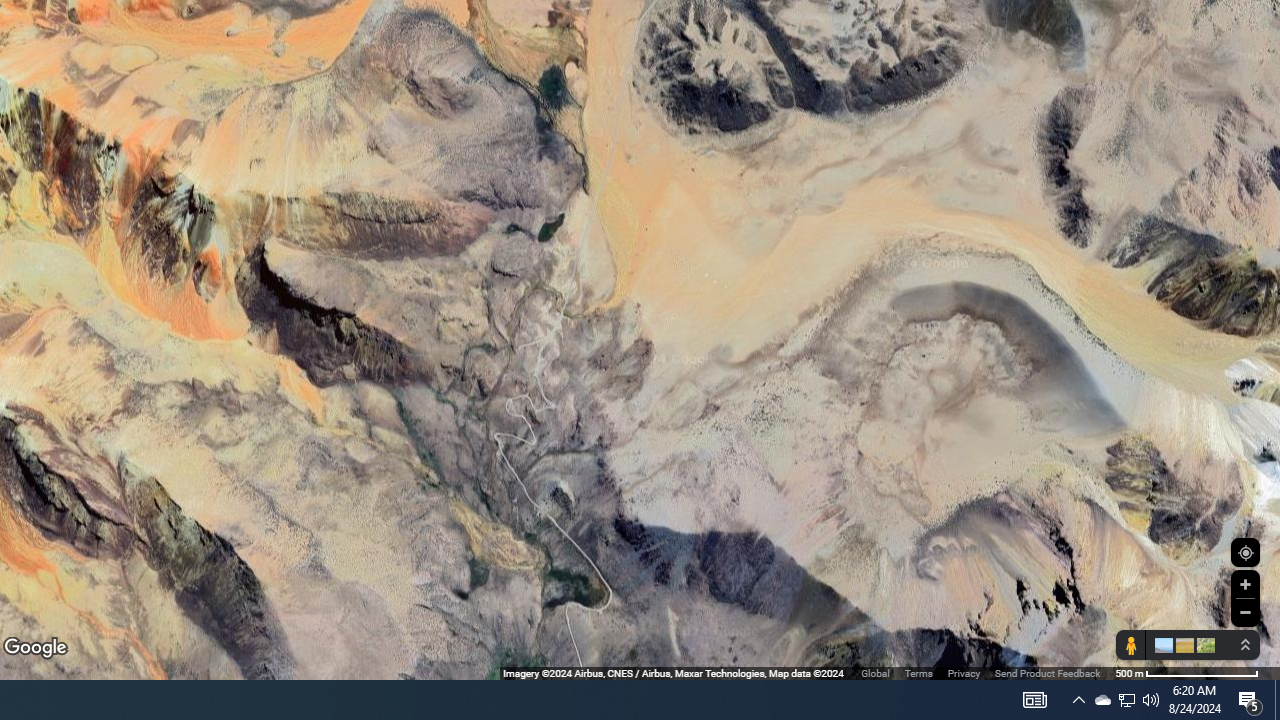 The width and height of the screenshot is (1280, 720). What do you see at coordinates (1244, 552) in the screenshot?
I see `'Show Your Location'` at bounding box center [1244, 552].